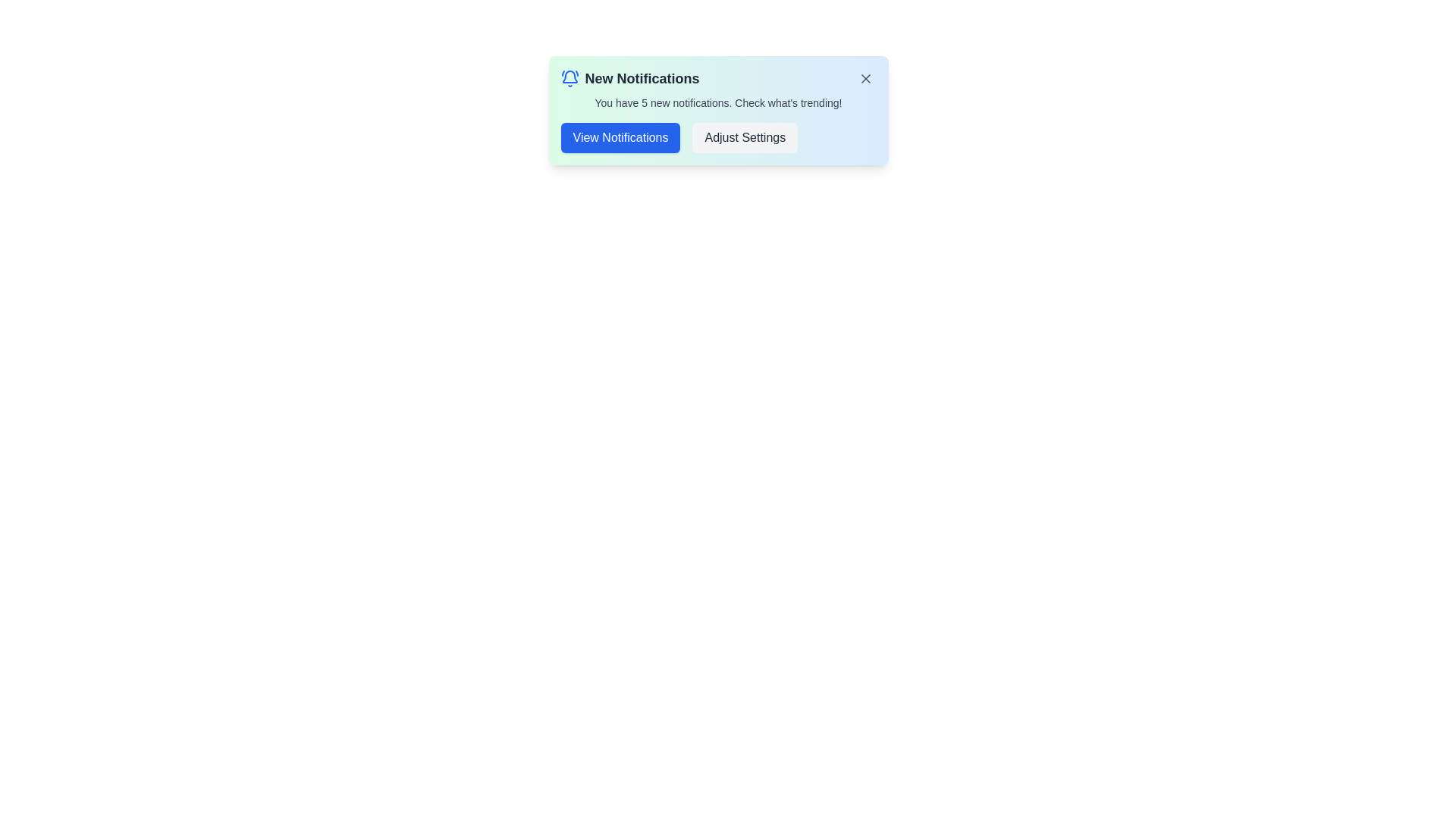 This screenshot has width=1456, height=819. I want to click on the 'X' button to dismiss the notification alert, so click(865, 79).